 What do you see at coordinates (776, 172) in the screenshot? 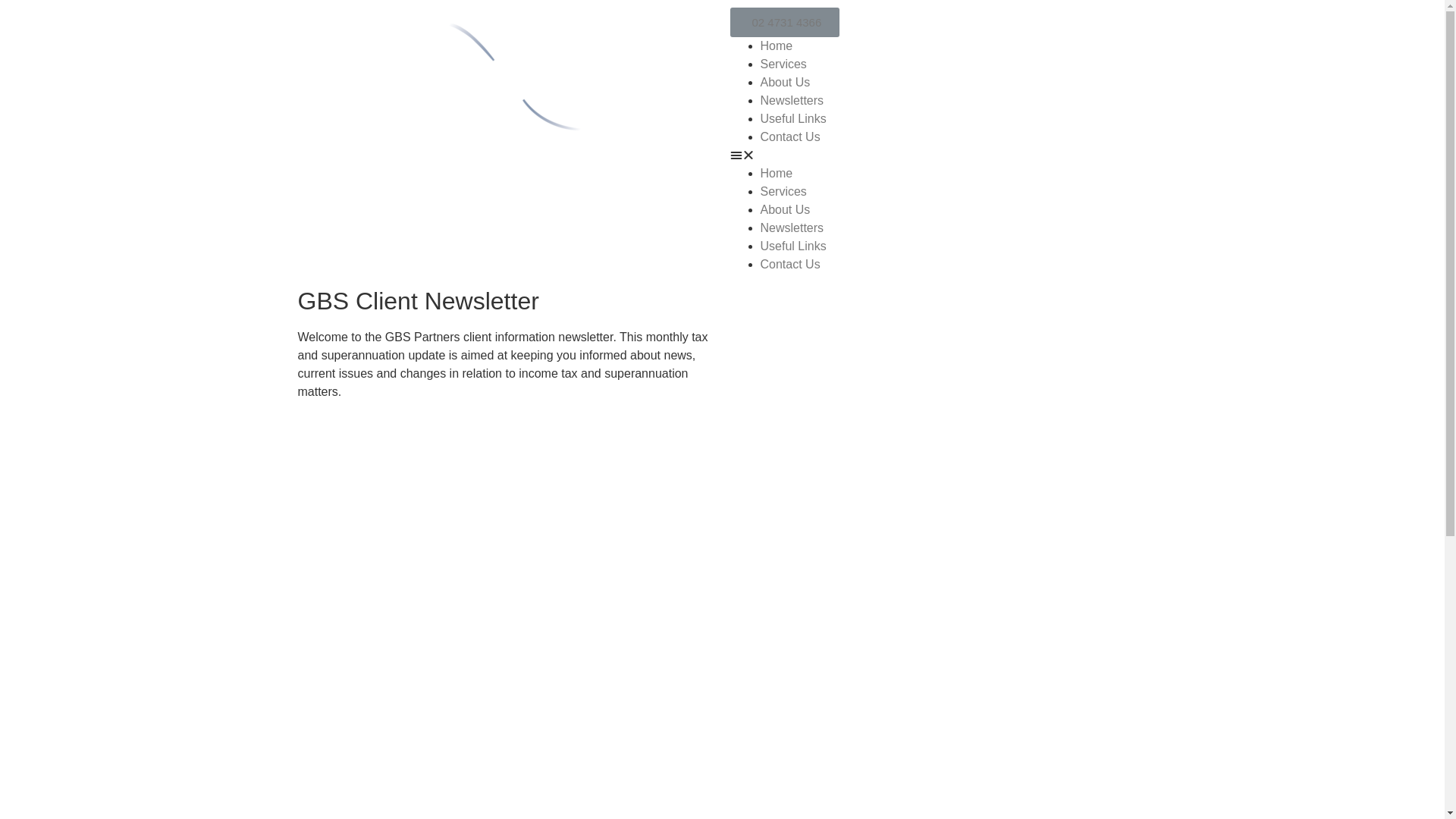
I see `'Home'` at bounding box center [776, 172].